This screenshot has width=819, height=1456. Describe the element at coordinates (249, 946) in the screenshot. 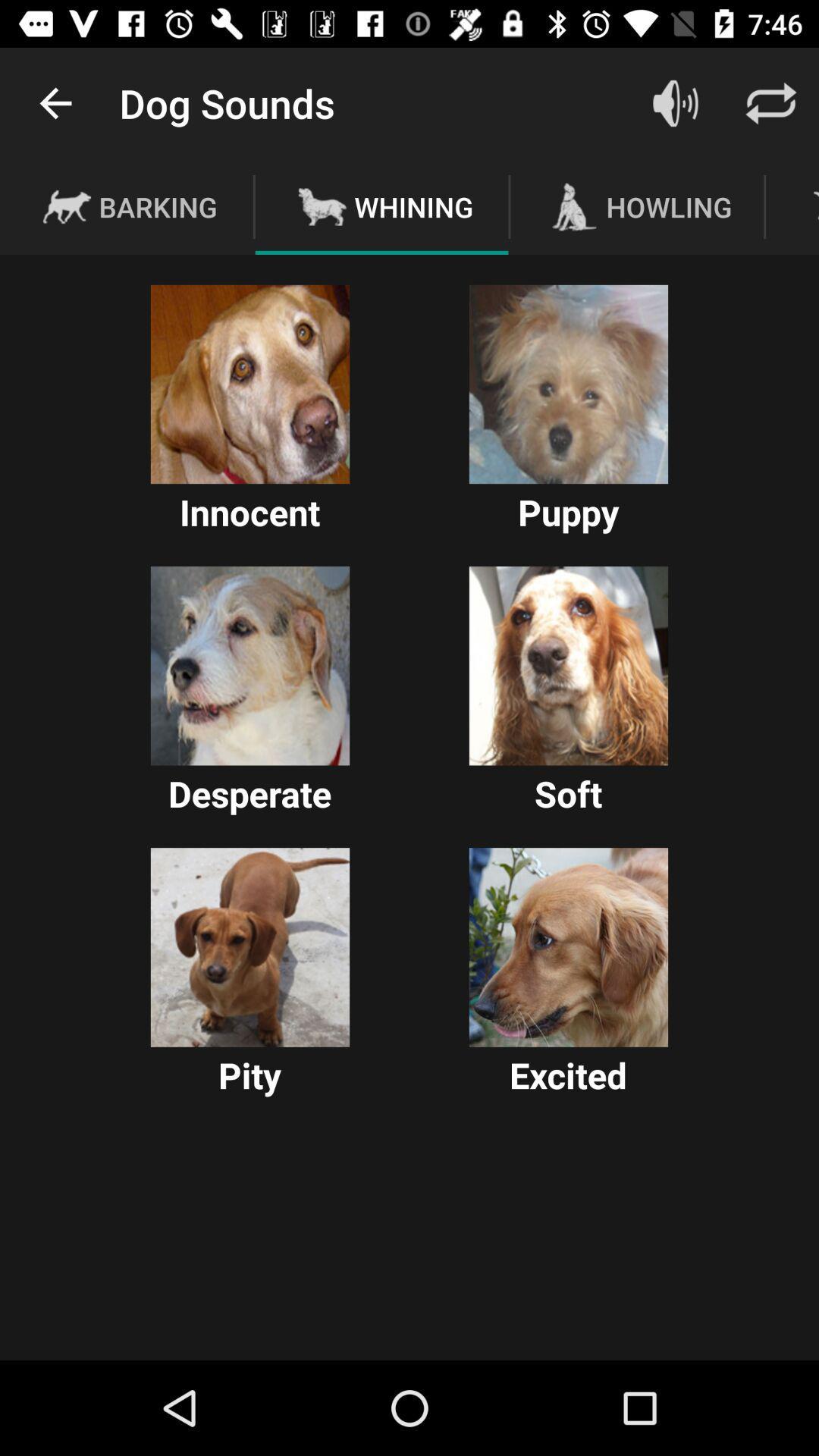

I see `a weiner god picture labeled pity` at that location.